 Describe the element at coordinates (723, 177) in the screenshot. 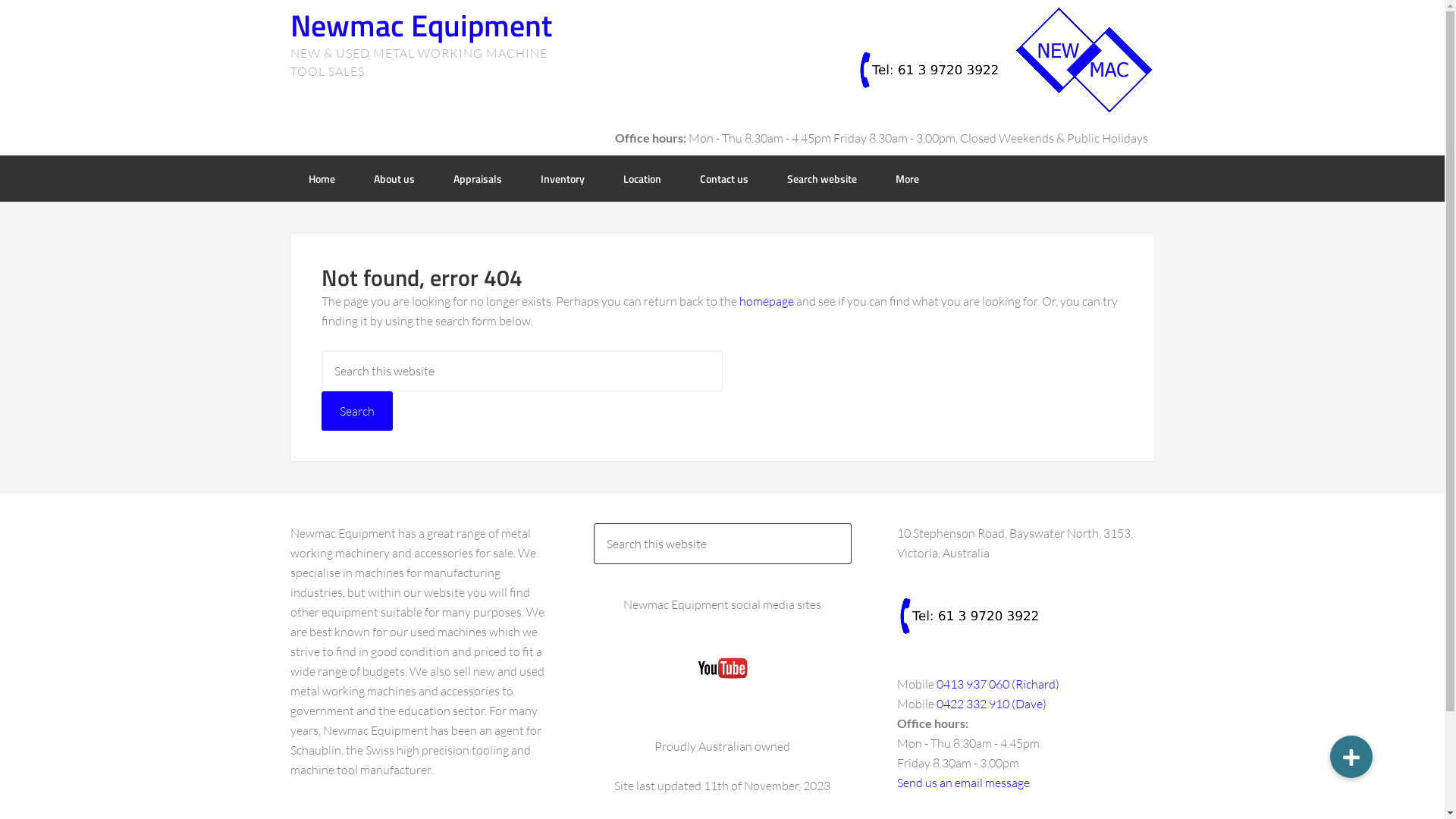

I see `'Contact us'` at that location.